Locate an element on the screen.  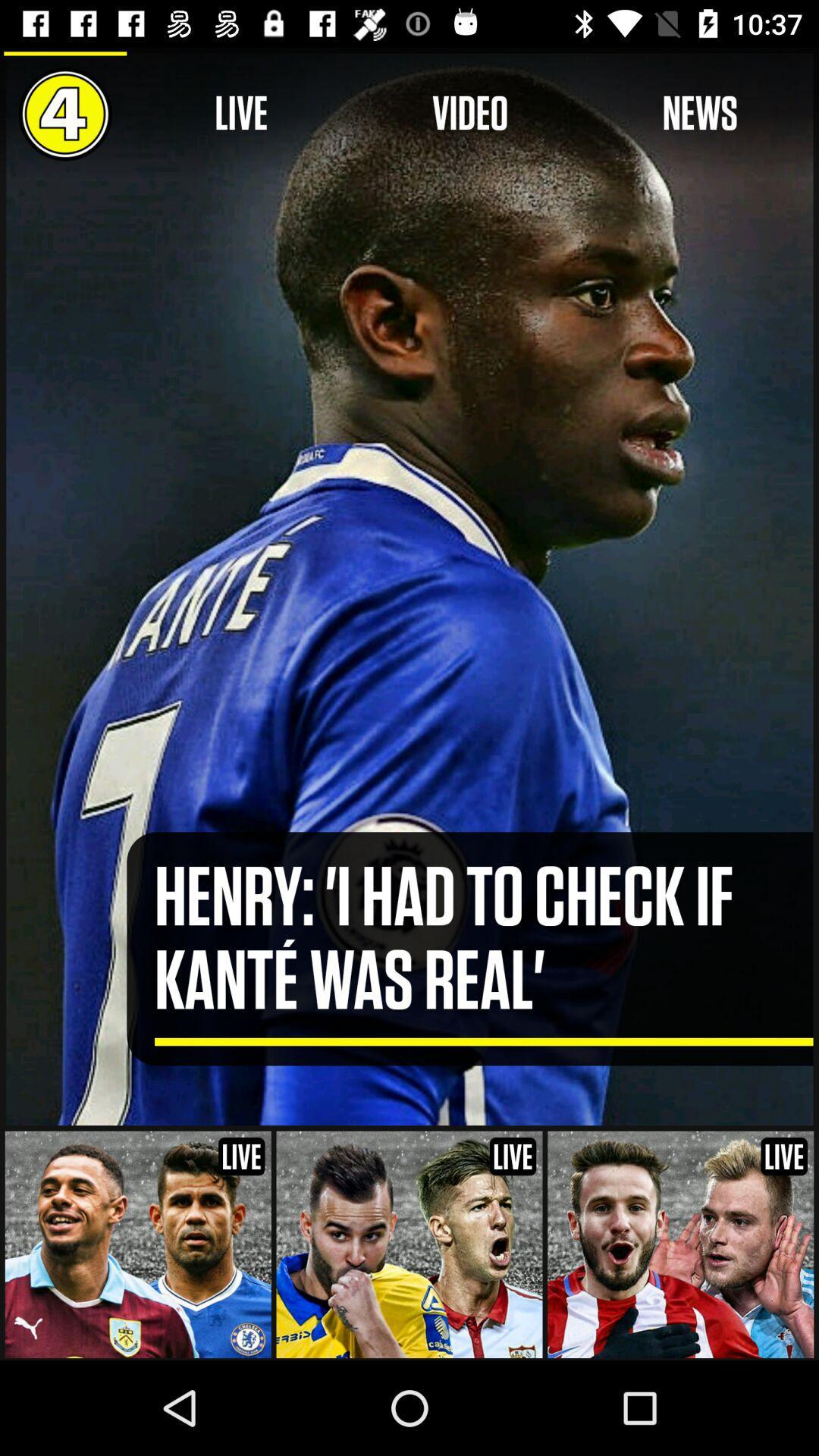
the option beside the number 4 is located at coordinates (240, 113).